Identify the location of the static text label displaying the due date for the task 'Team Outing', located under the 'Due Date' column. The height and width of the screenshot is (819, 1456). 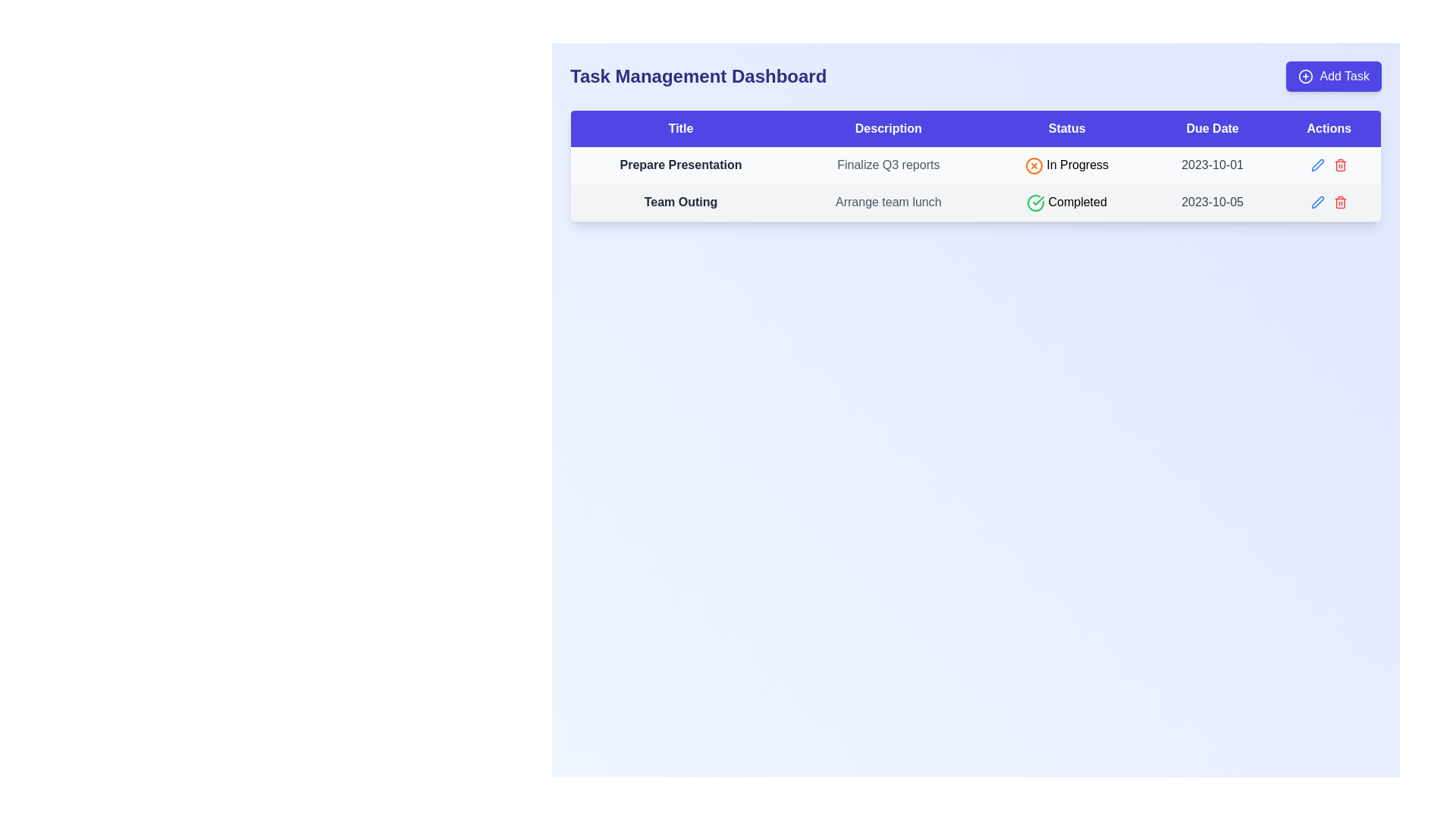
(1212, 202).